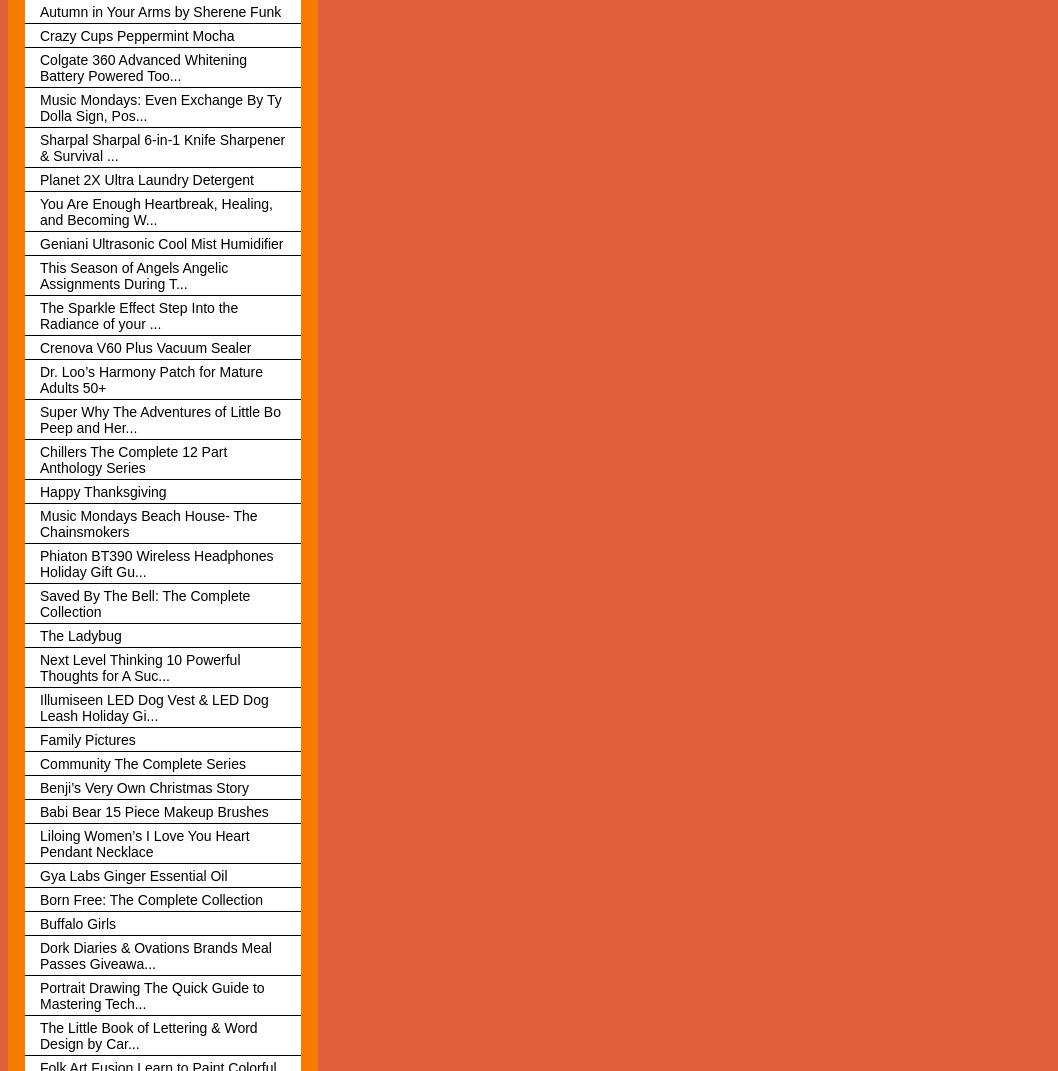 This screenshot has width=1058, height=1071. What do you see at coordinates (143, 842) in the screenshot?
I see `'Liloing Women’s I Love You Heart Pendant Necklace'` at bounding box center [143, 842].